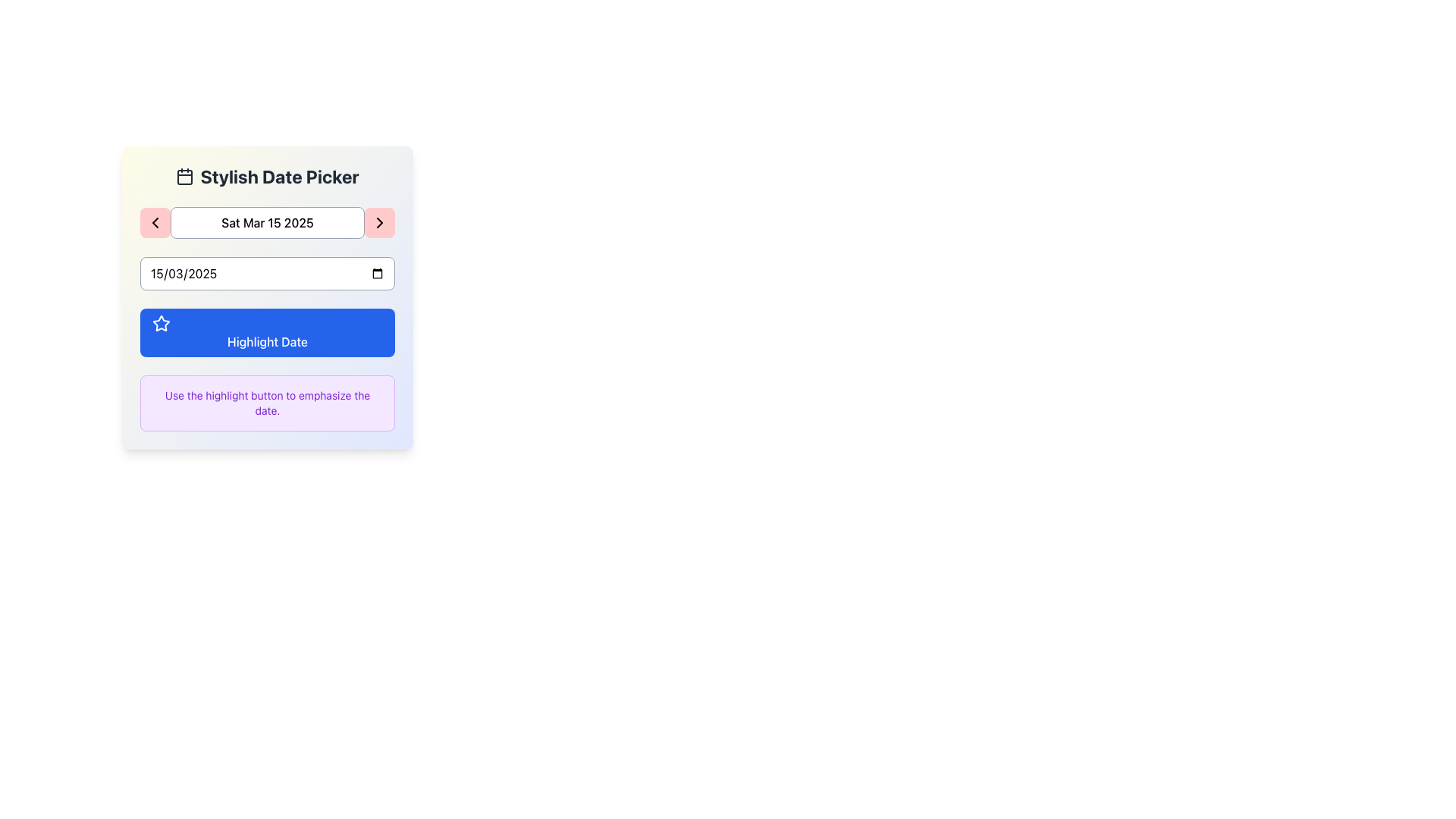 The width and height of the screenshot is (1456, 819). What do you see at coordinates (161, 323) in the screenshot?
I see `the appearance of the star icon located at the top-left corner of the 'Highlight Date' button, which is positioned centrally below the date input field` at bounding box center [161, 323].